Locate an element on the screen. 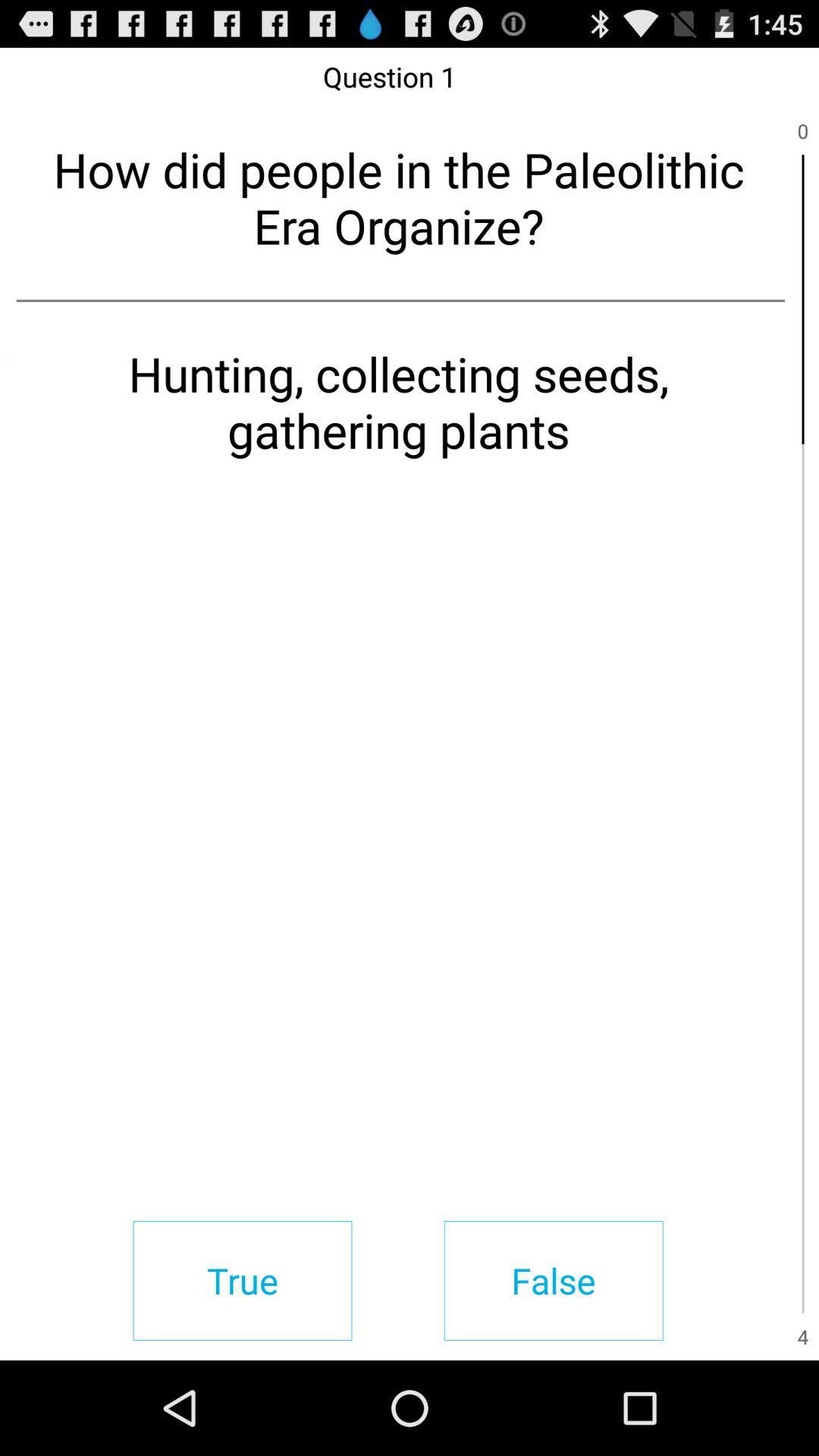  icon next to true item is located at coordinates (554, 1280).